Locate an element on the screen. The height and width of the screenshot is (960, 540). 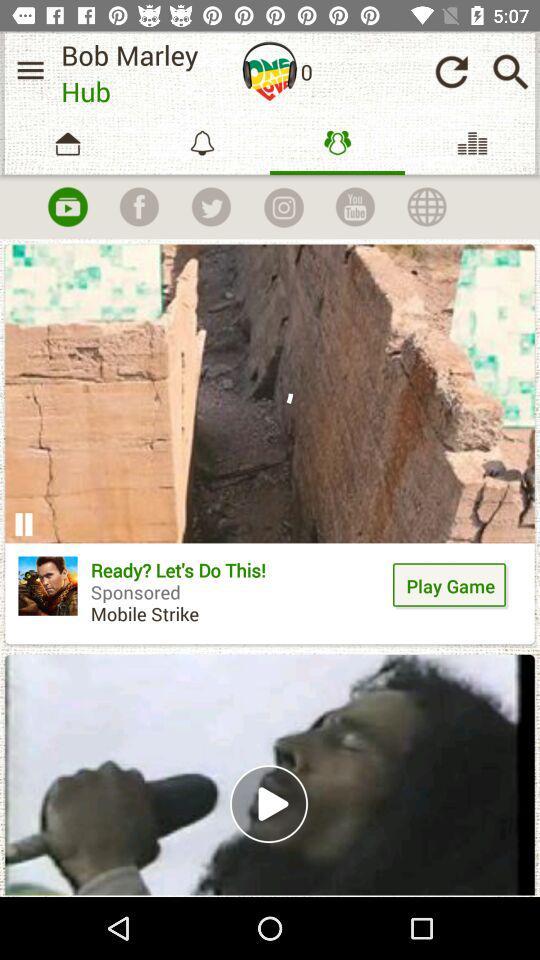
icon next to the 0 icon is located at coordinates (270, 71).